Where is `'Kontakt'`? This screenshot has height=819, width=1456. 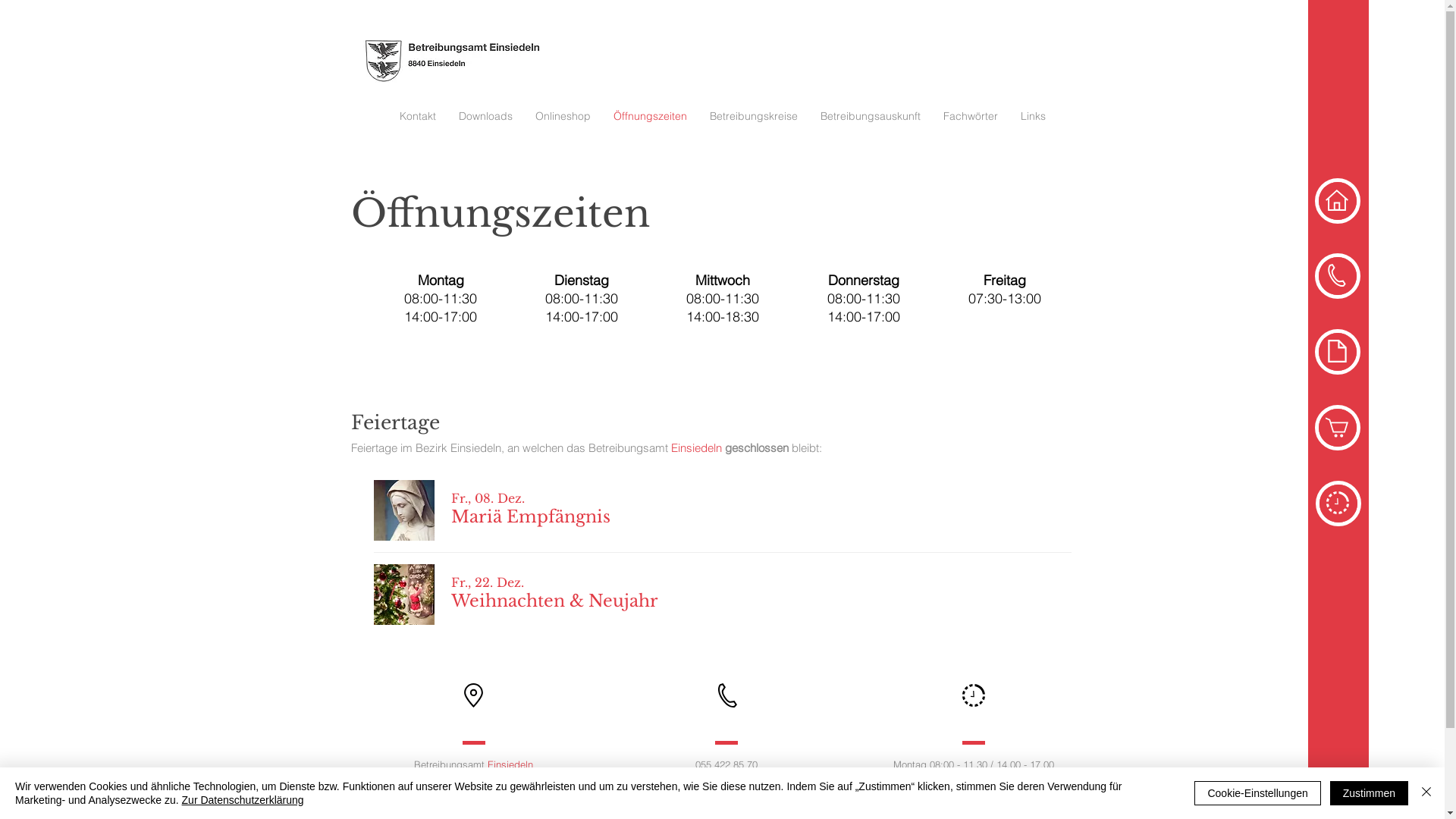
'Kontakt' is located at coordinates (388, 115).